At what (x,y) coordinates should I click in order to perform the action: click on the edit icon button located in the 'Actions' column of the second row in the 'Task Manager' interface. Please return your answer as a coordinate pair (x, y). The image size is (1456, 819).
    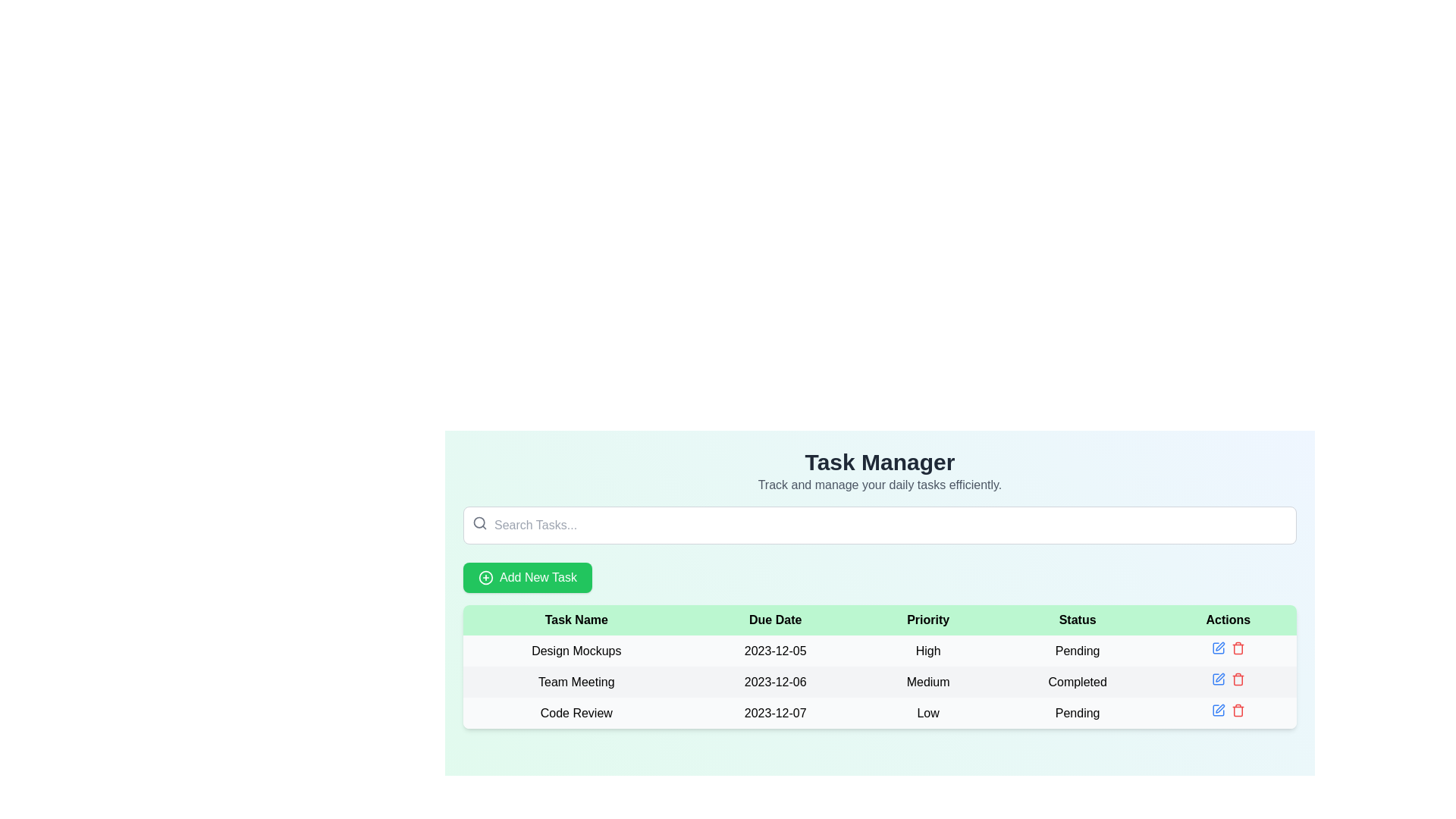
    Looking at the image, I should click on (1219, 676).